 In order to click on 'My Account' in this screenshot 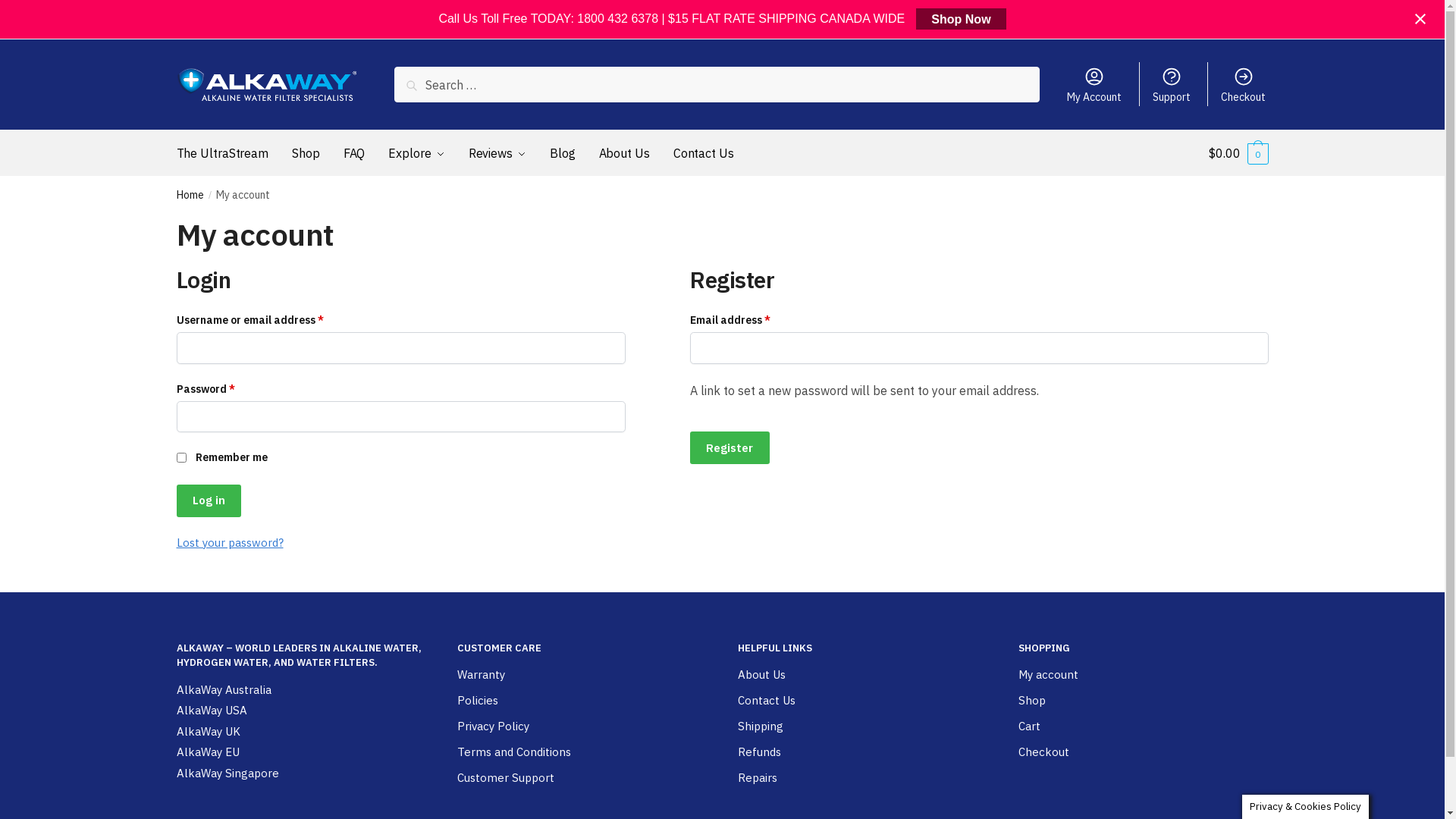, I will do `click(1094, 84)`.